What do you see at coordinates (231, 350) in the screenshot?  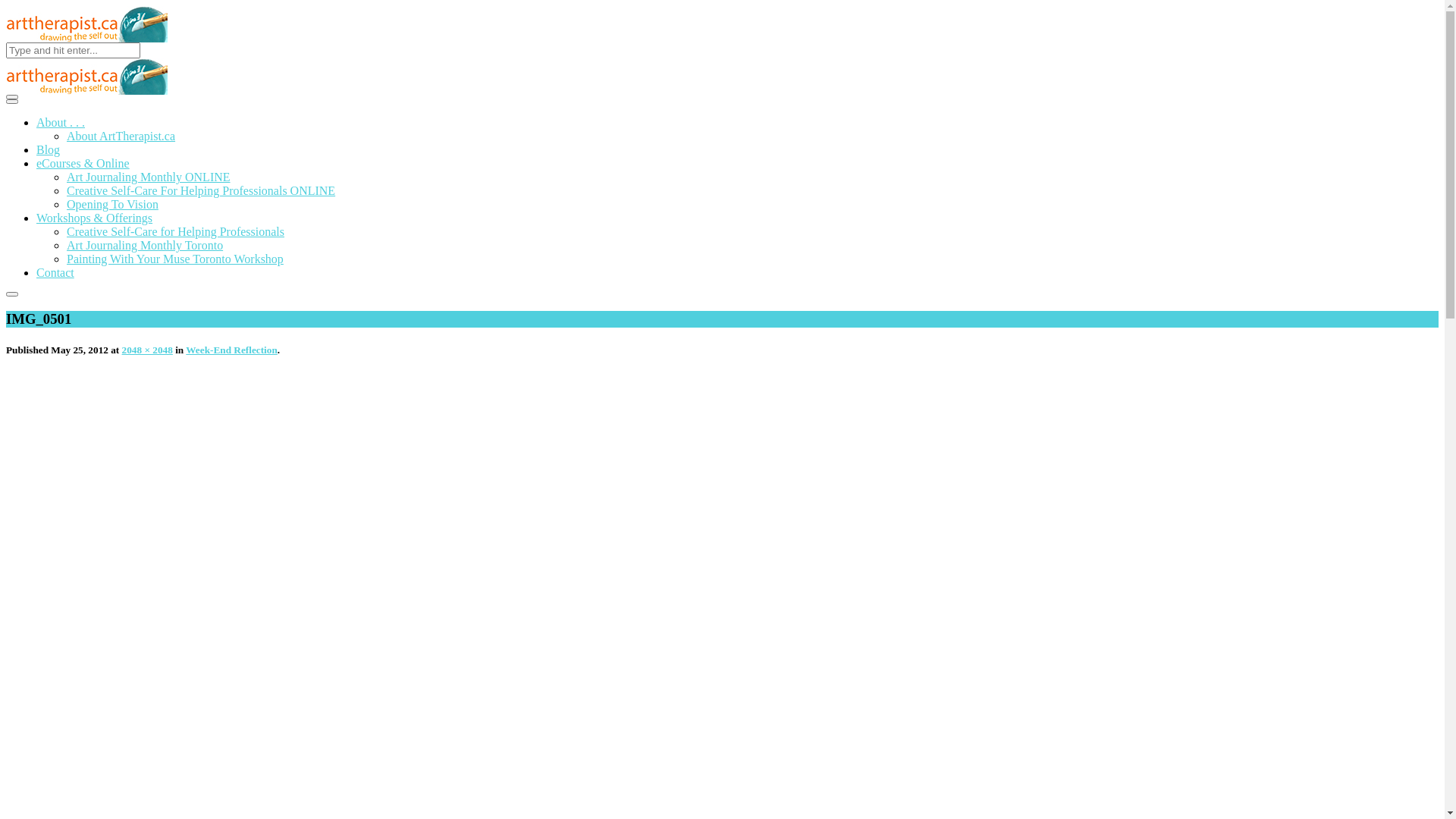 I see `'Week-End Reflection'` at bounding box center [231, 350].